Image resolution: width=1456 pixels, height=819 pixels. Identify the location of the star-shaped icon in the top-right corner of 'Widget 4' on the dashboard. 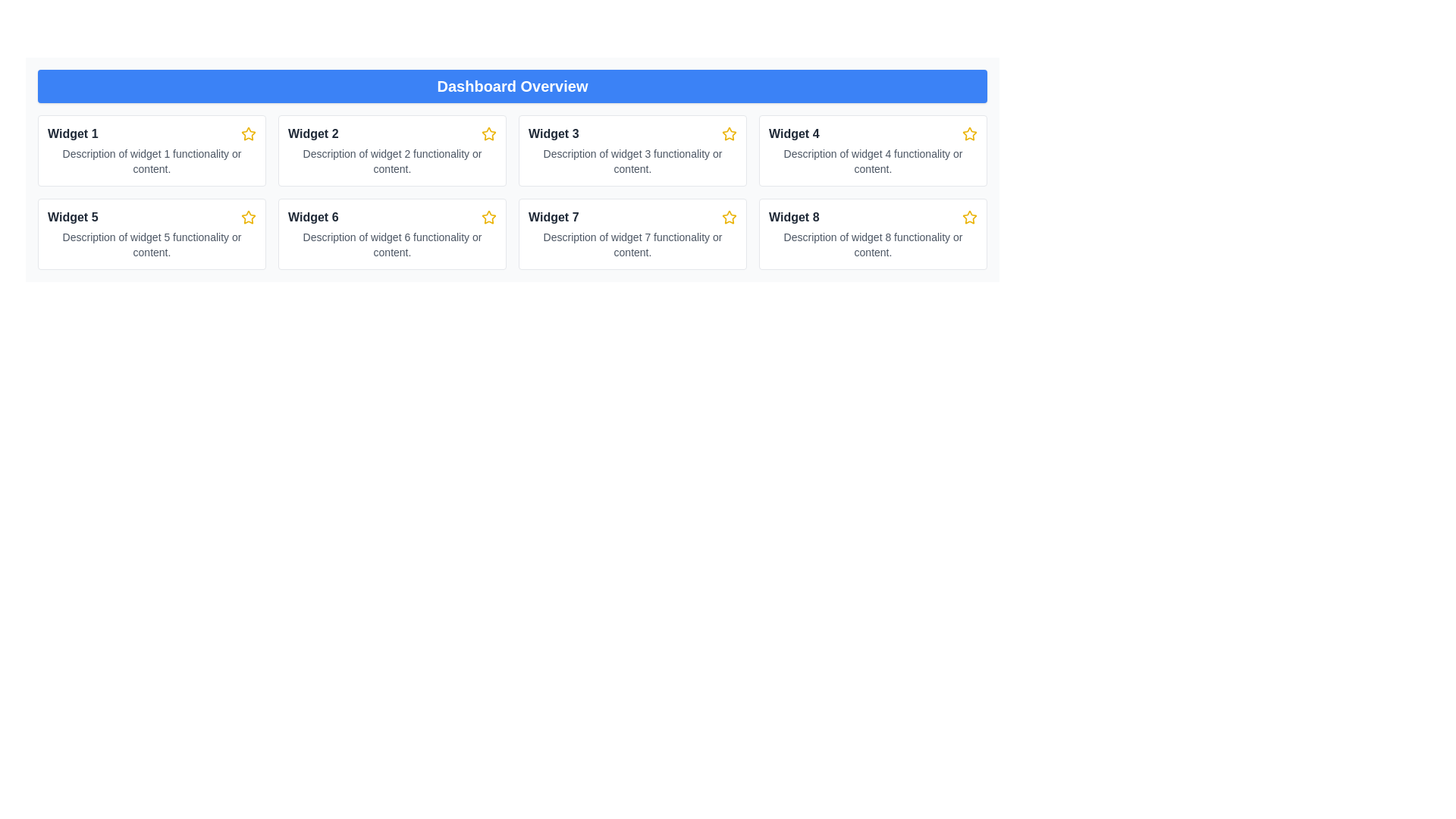
(968, 133).